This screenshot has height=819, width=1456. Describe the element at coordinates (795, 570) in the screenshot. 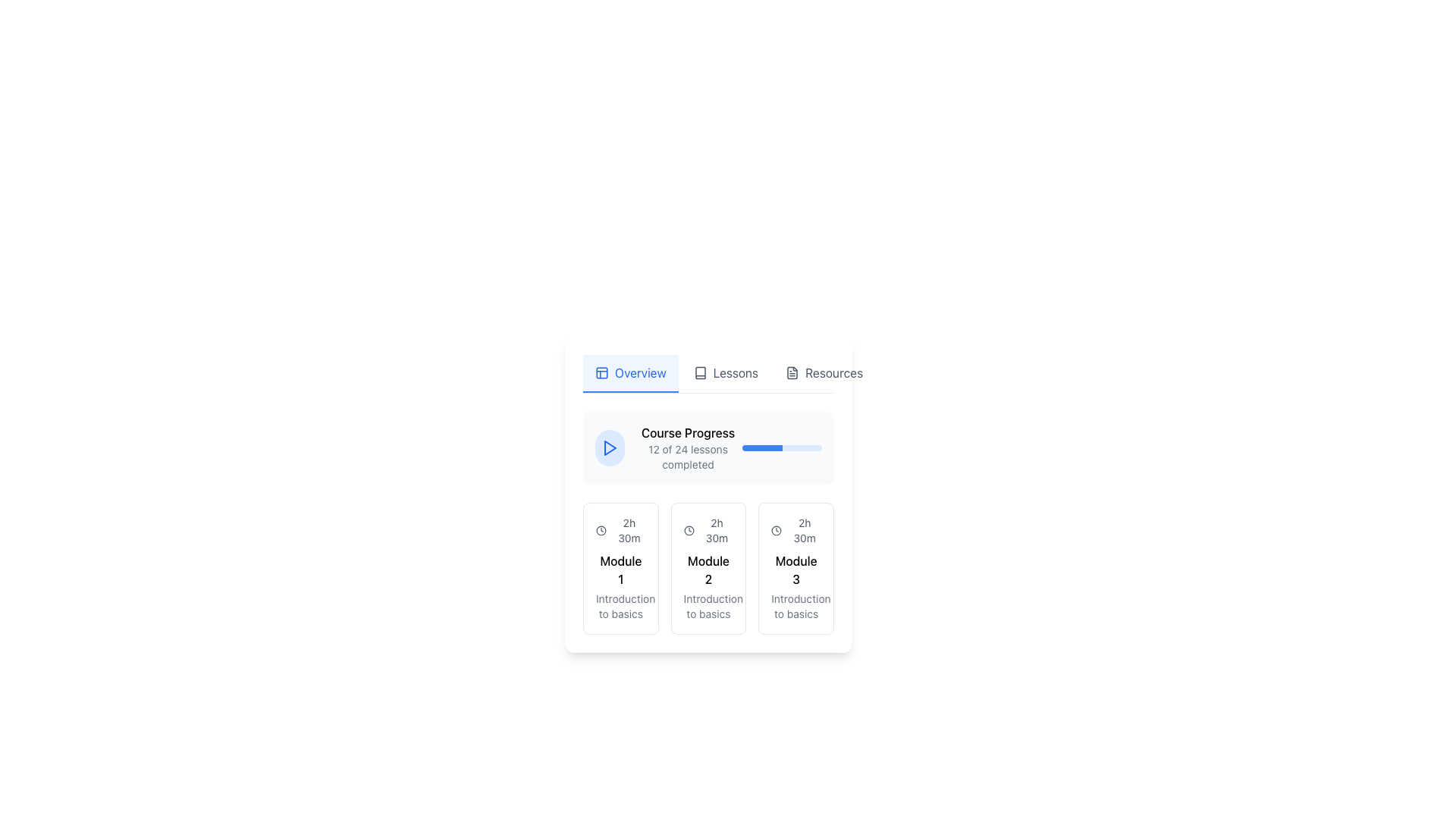

I see `the text label that denotes the title of the third course module, which is centrally aligned in its card structure, positioned below a clock icon and above the text 'Introduction to basics'` at that location.